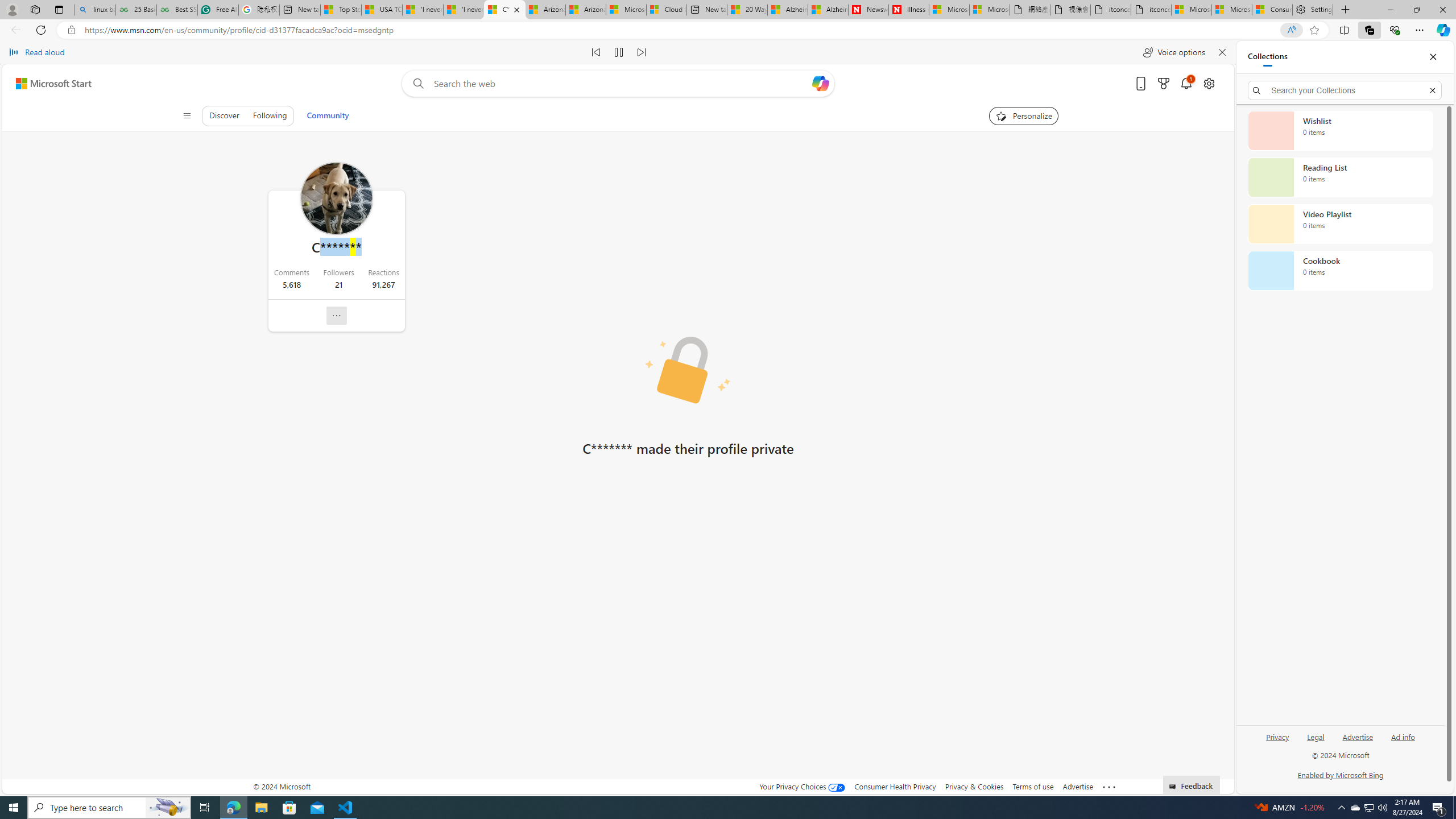  Describe the element at coordinates (908, 9) in the screenshot. I see `'Illness news & latest pictures from Newsweek.com'` at that location.